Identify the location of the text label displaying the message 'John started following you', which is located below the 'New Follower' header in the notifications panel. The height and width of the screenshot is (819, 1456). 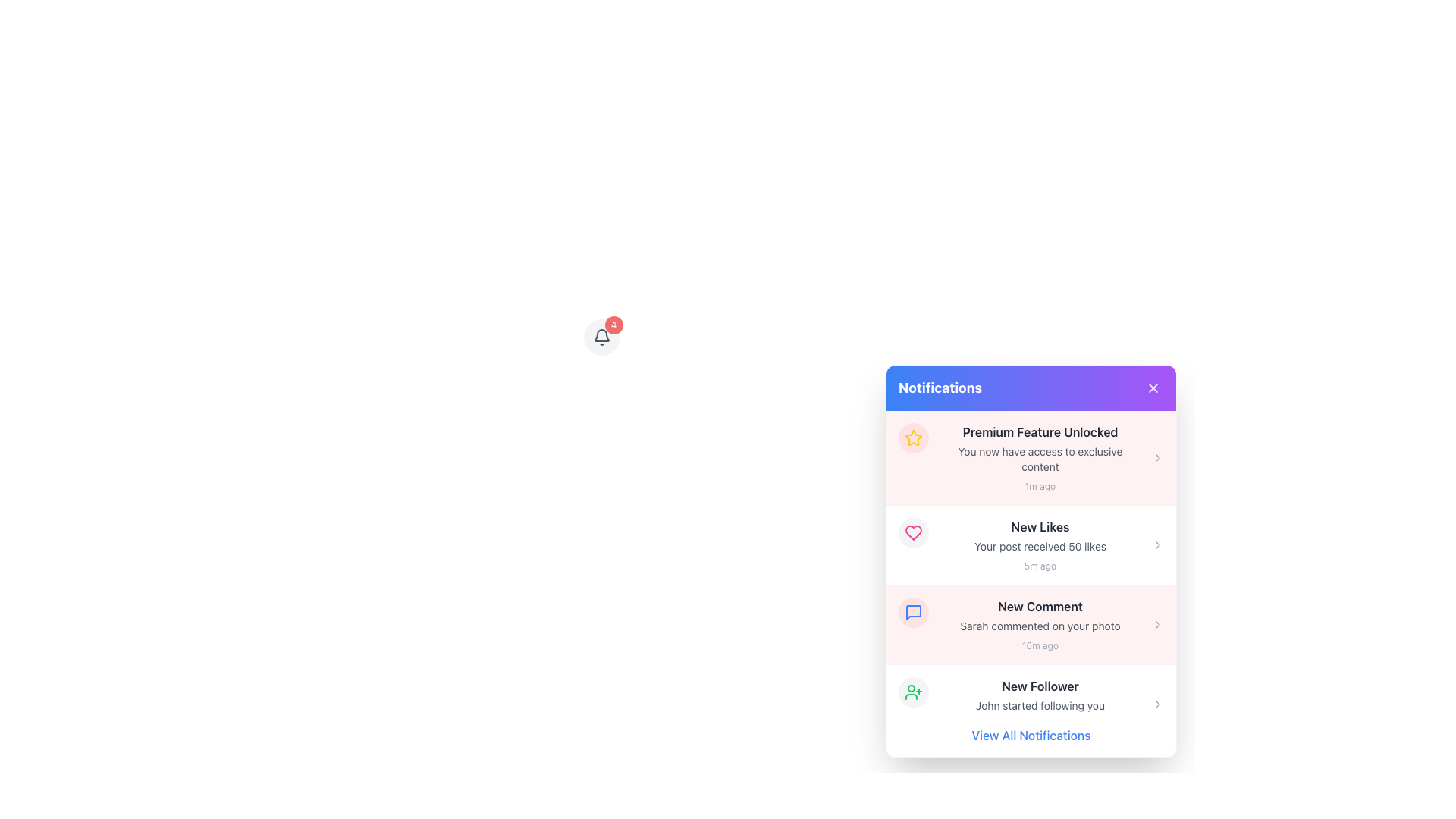
(1040, 705).